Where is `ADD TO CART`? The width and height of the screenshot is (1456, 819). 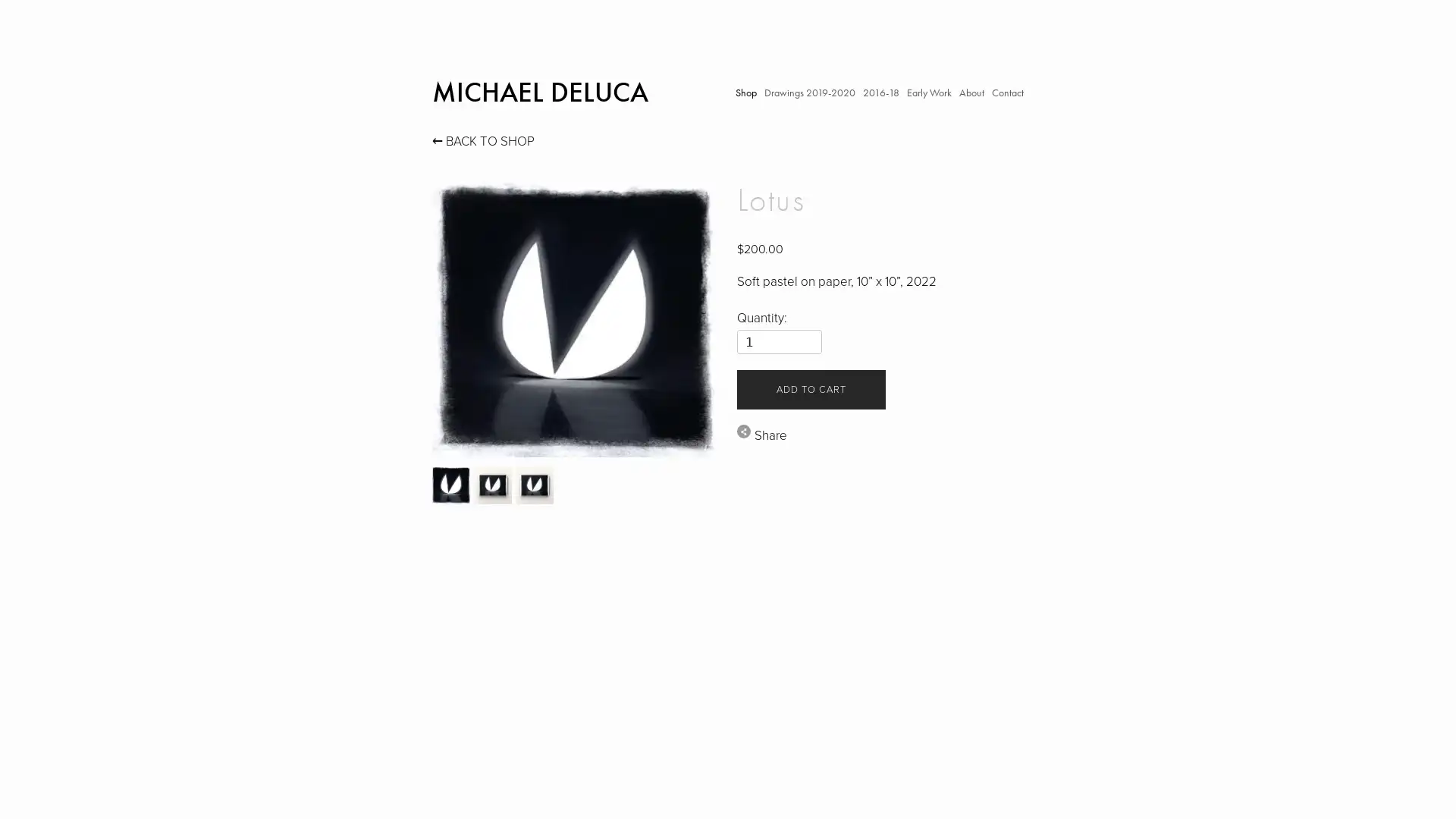 ADD TO CART is located at coordinates (810, 388).